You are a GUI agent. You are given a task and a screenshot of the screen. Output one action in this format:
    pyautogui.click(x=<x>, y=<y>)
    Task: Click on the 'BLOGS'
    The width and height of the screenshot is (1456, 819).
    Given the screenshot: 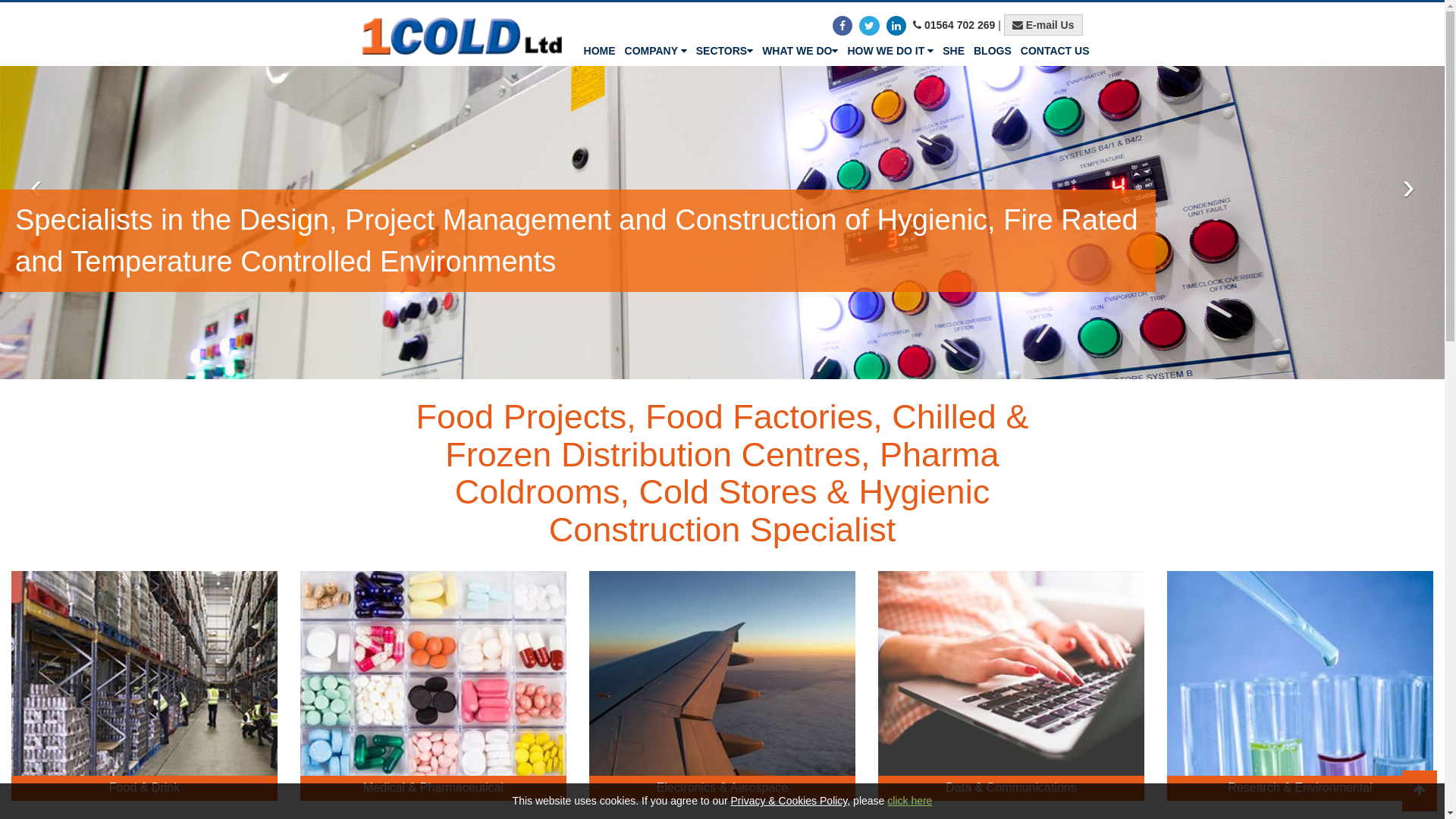 What is the action you would take?
    pyautogui.click(x=968, y=49)
    